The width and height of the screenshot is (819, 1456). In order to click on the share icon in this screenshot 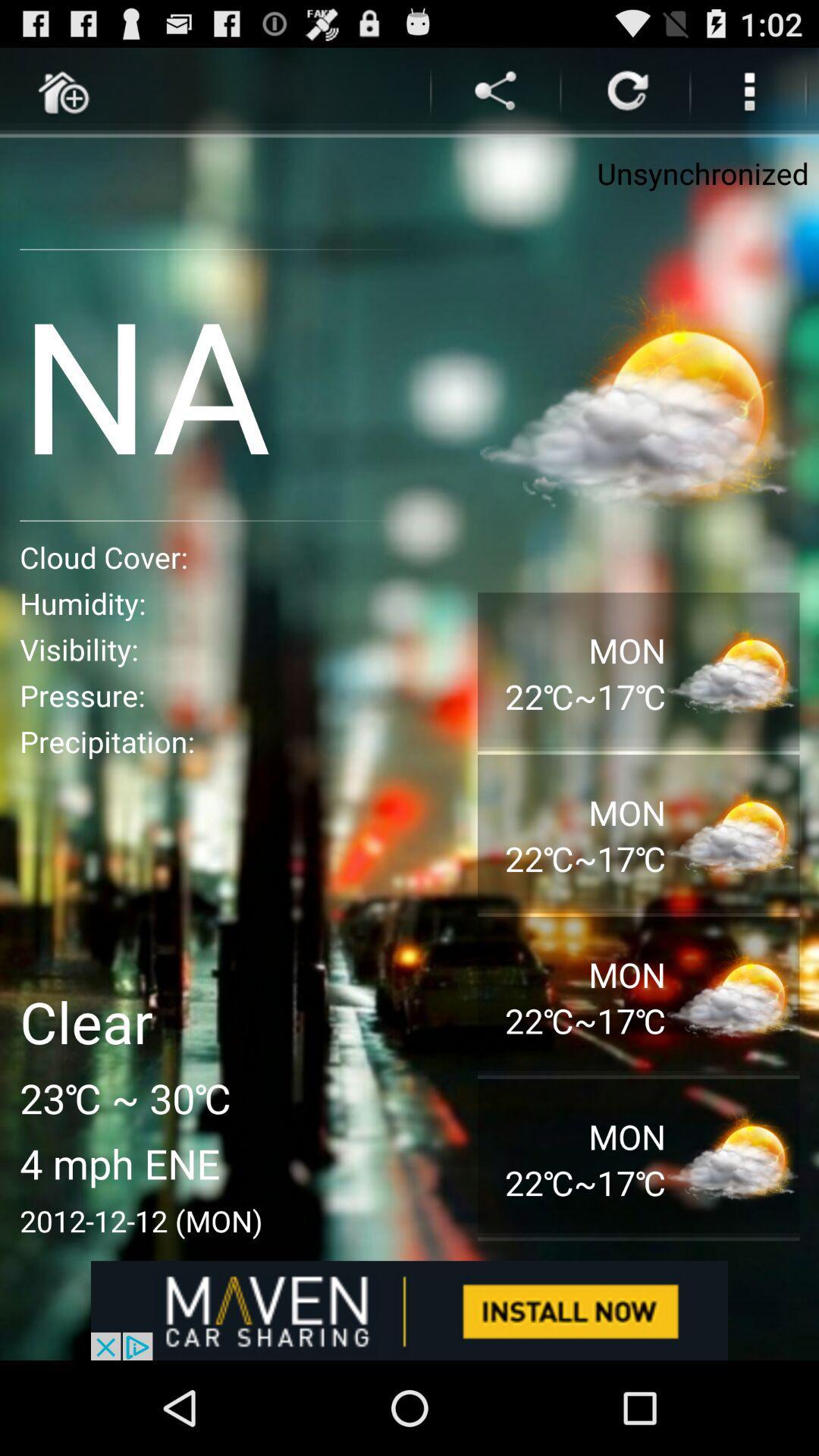, I will do `click(497, 96)`.